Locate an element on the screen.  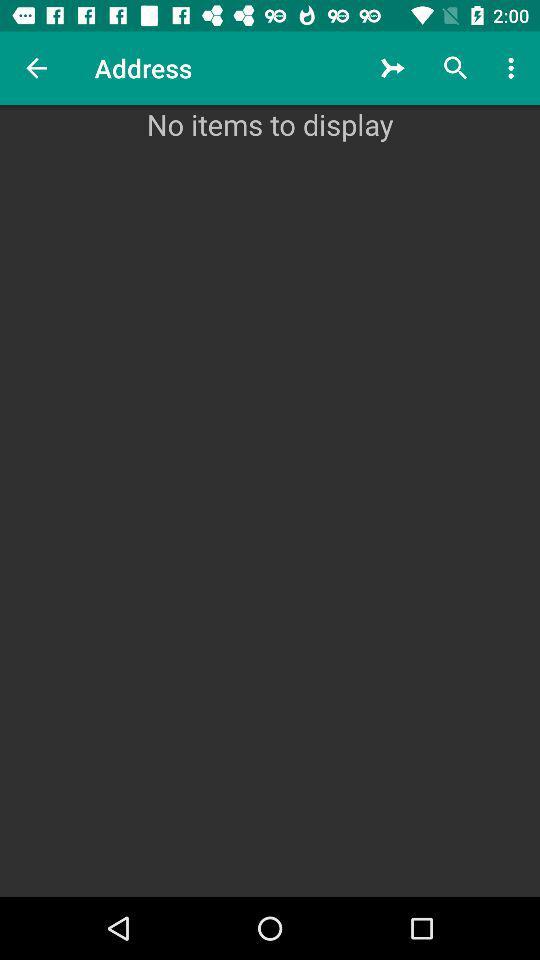
the item above the no items to is located at coordinates (513, 68).